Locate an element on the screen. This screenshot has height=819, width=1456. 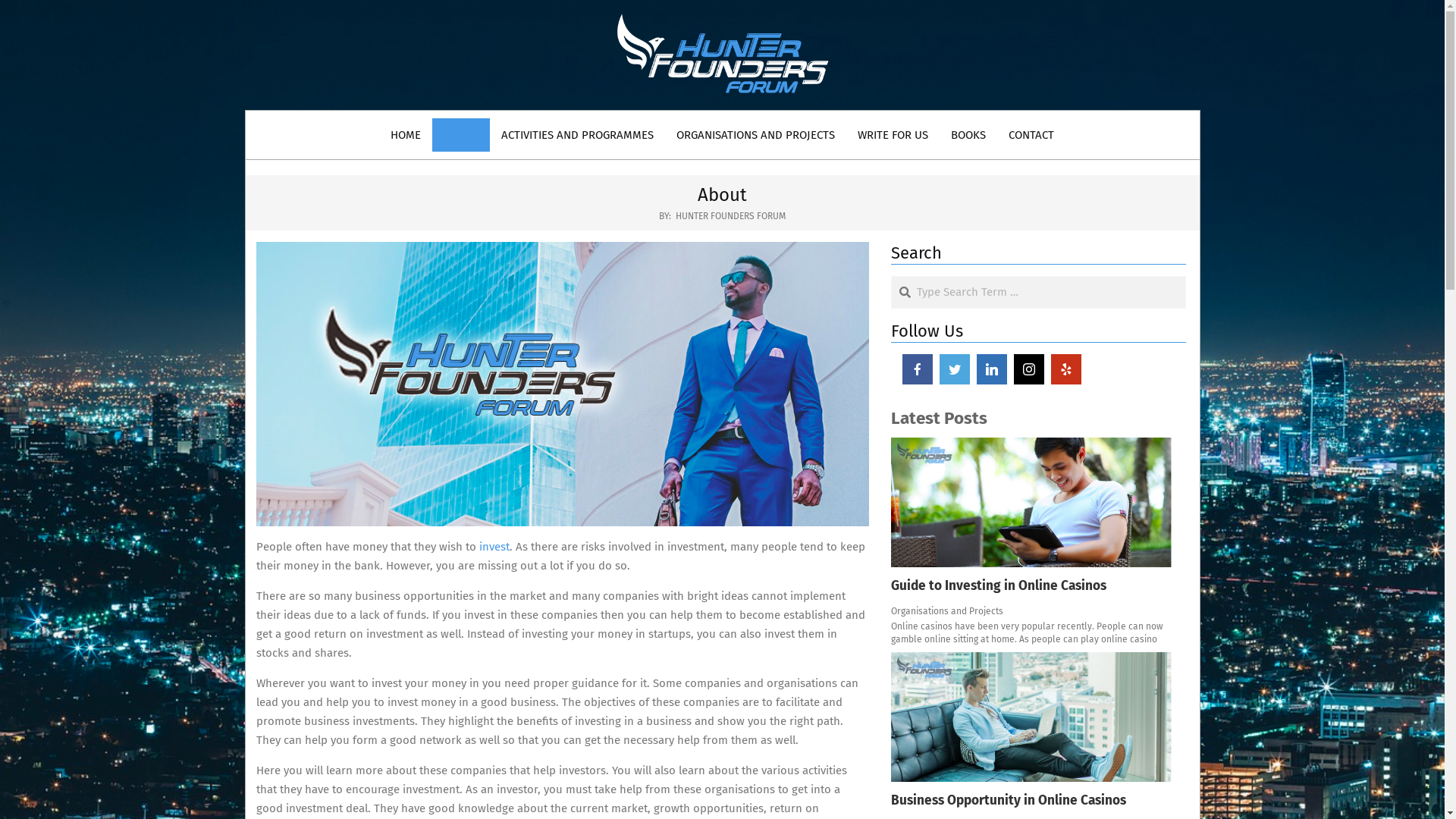
'twitter' is located at coordinates (953, 369).